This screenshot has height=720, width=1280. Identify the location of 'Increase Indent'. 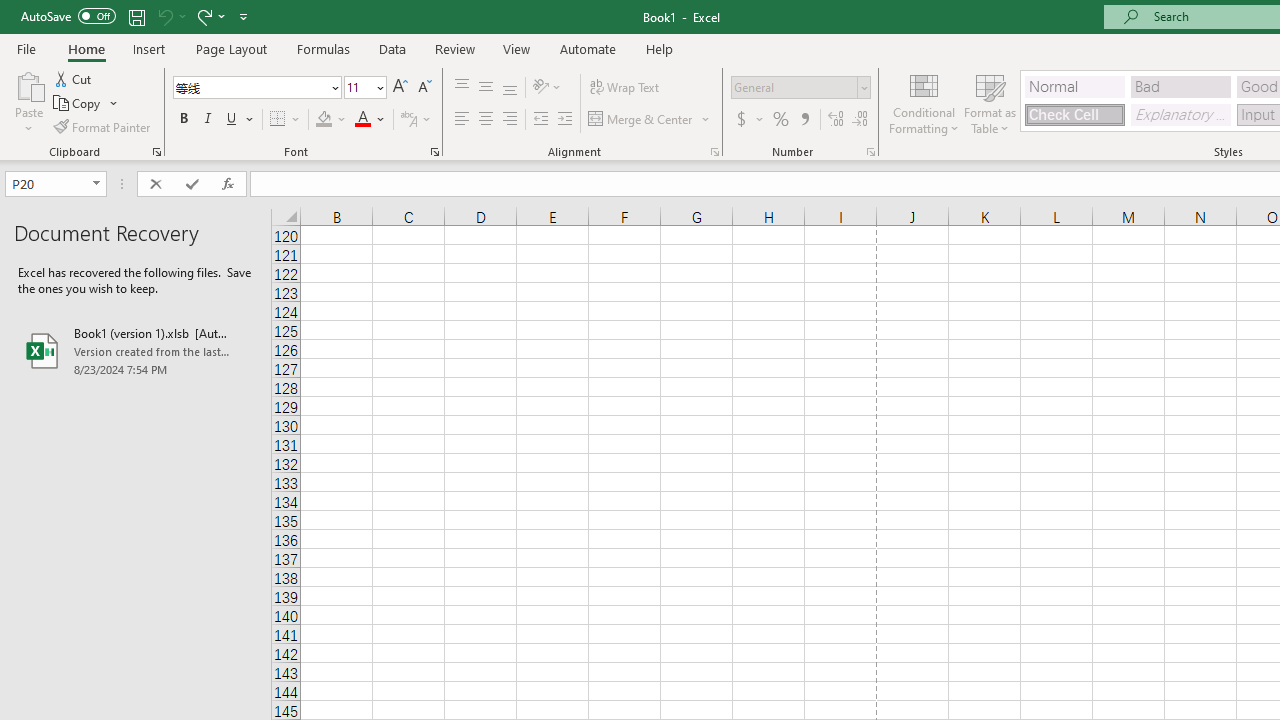
(564, 119).